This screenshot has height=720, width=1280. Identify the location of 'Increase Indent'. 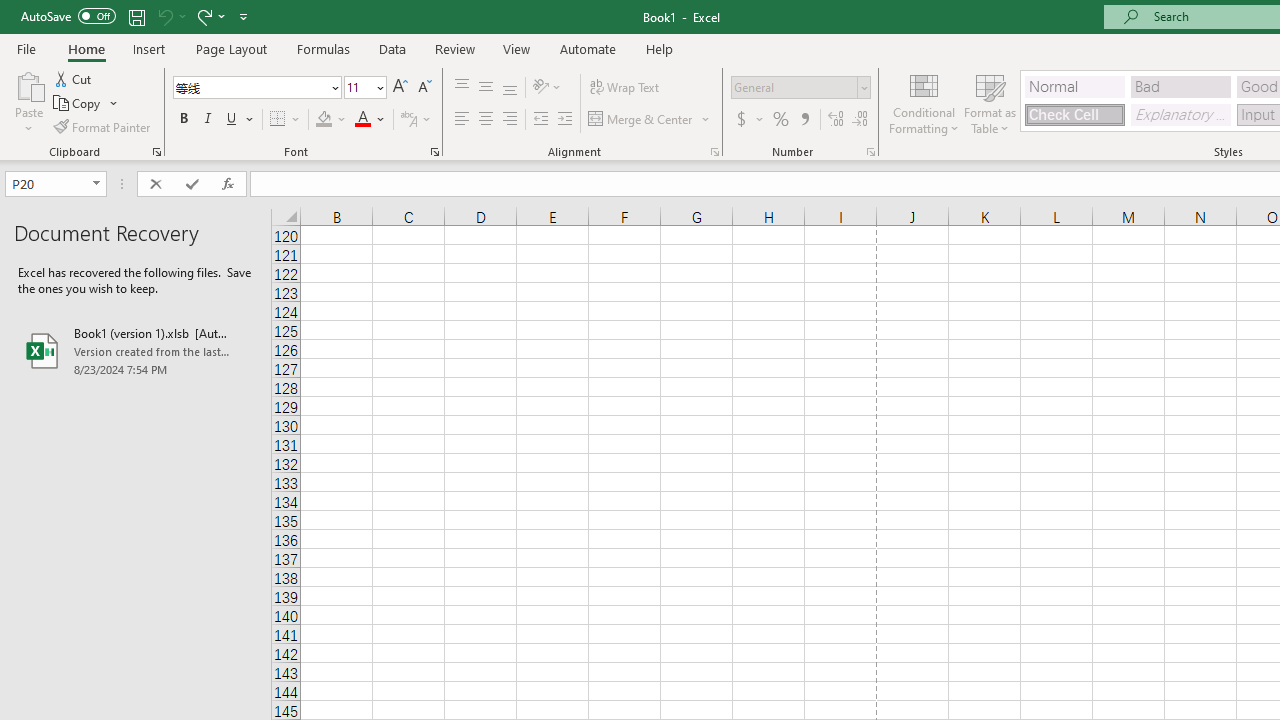
(564, 119).